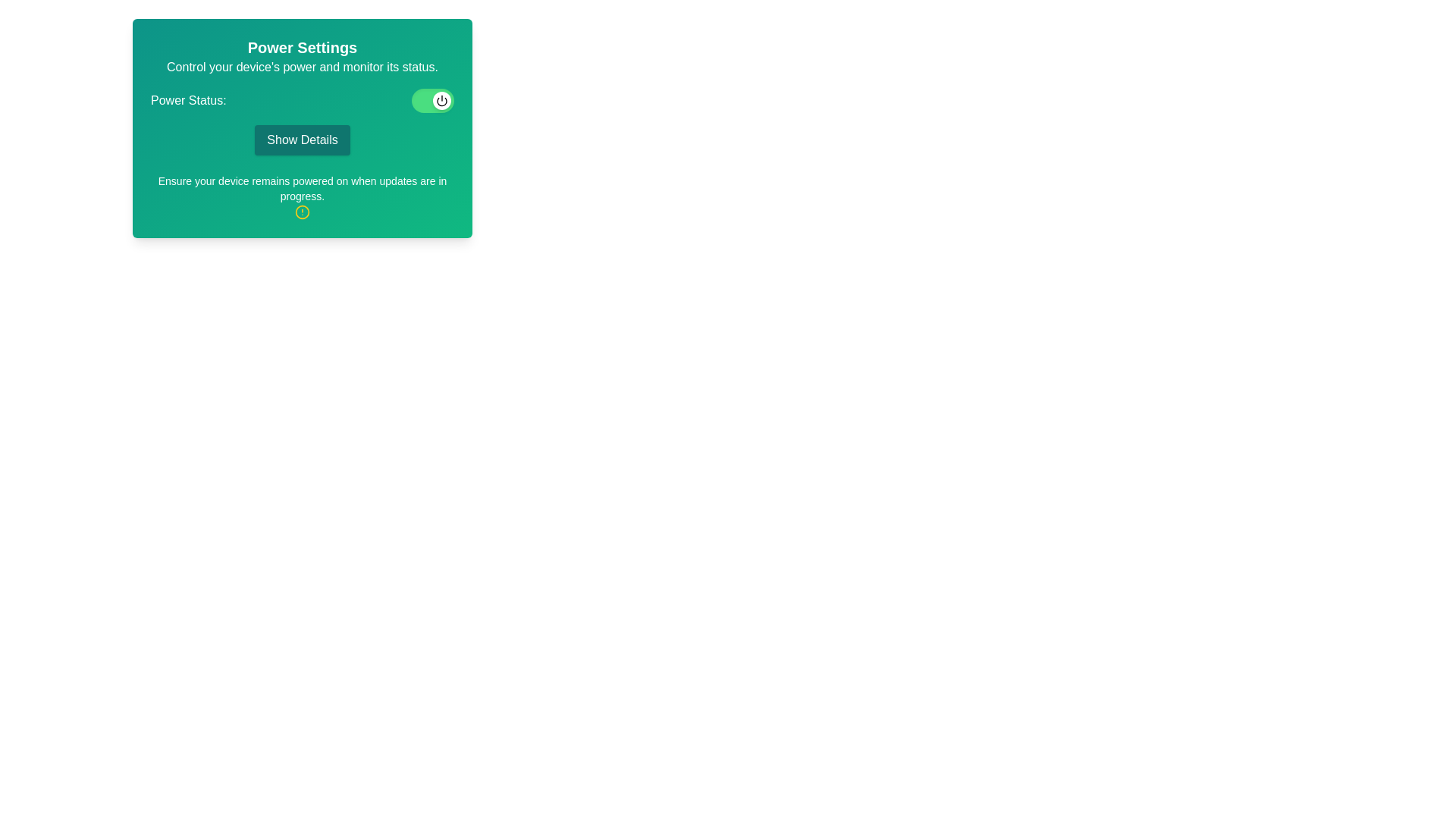 This screenshot has height=819, width=1456. What do you see at coordinates (302, 212) in the screenshot?
I see `the circular vector graphic element located inside an icon below the 'Ensure your device remains powered on when updates are in progress' text in the 'Power Settings' dialog window` at bounding box center [302, 212].